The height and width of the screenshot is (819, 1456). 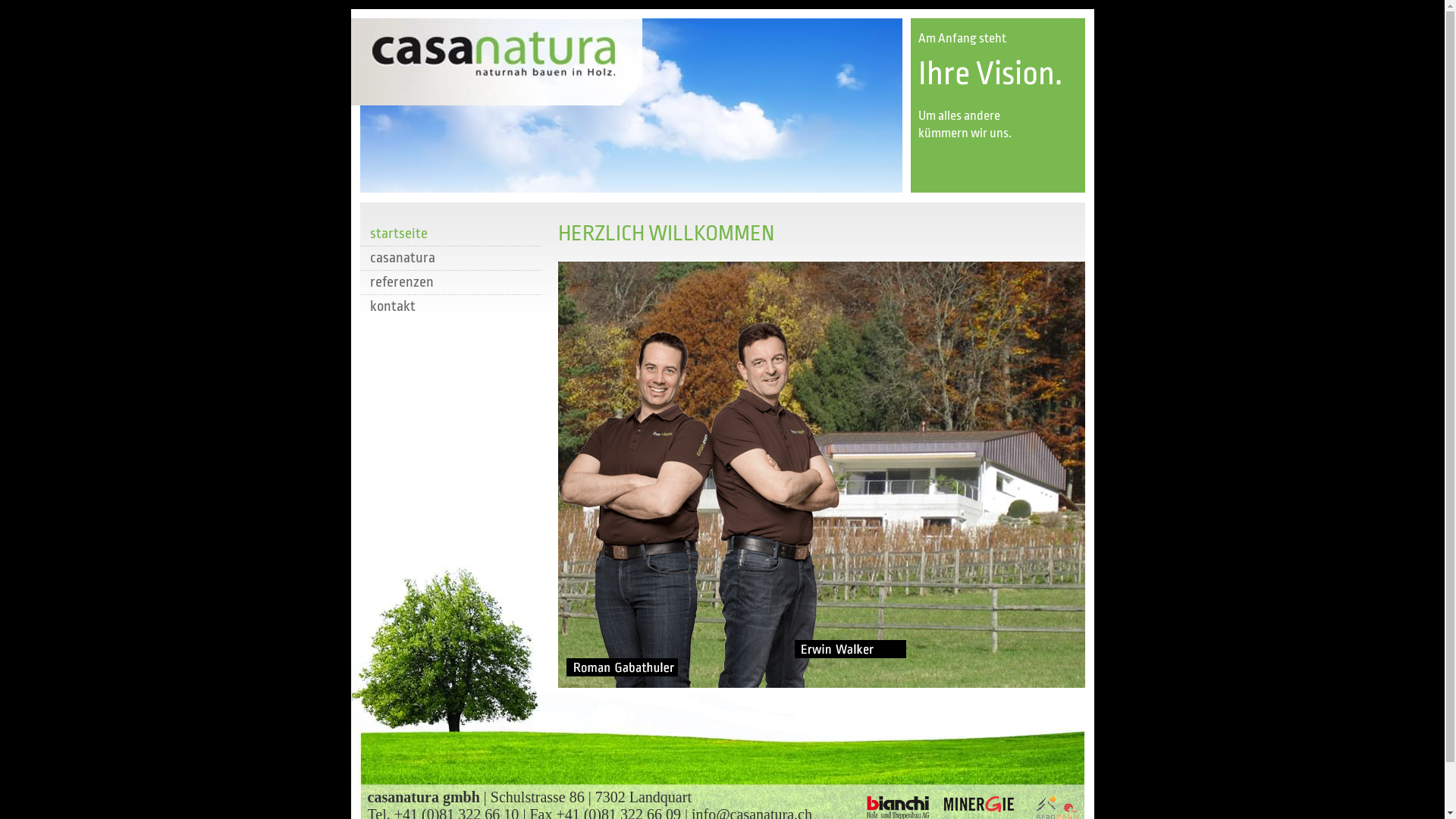 I want to click on 'referenzen', so click(x=450, y=281).